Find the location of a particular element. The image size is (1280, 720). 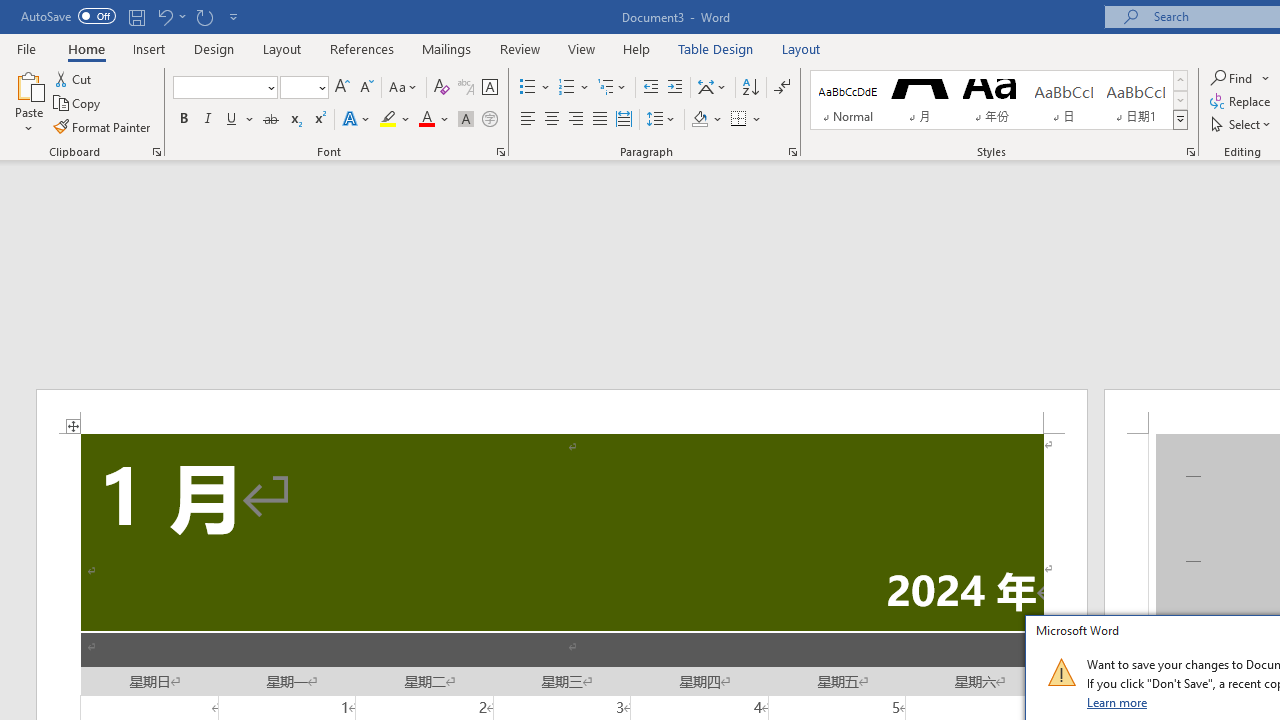

'More Options' is located at coordinates (1266, 77).